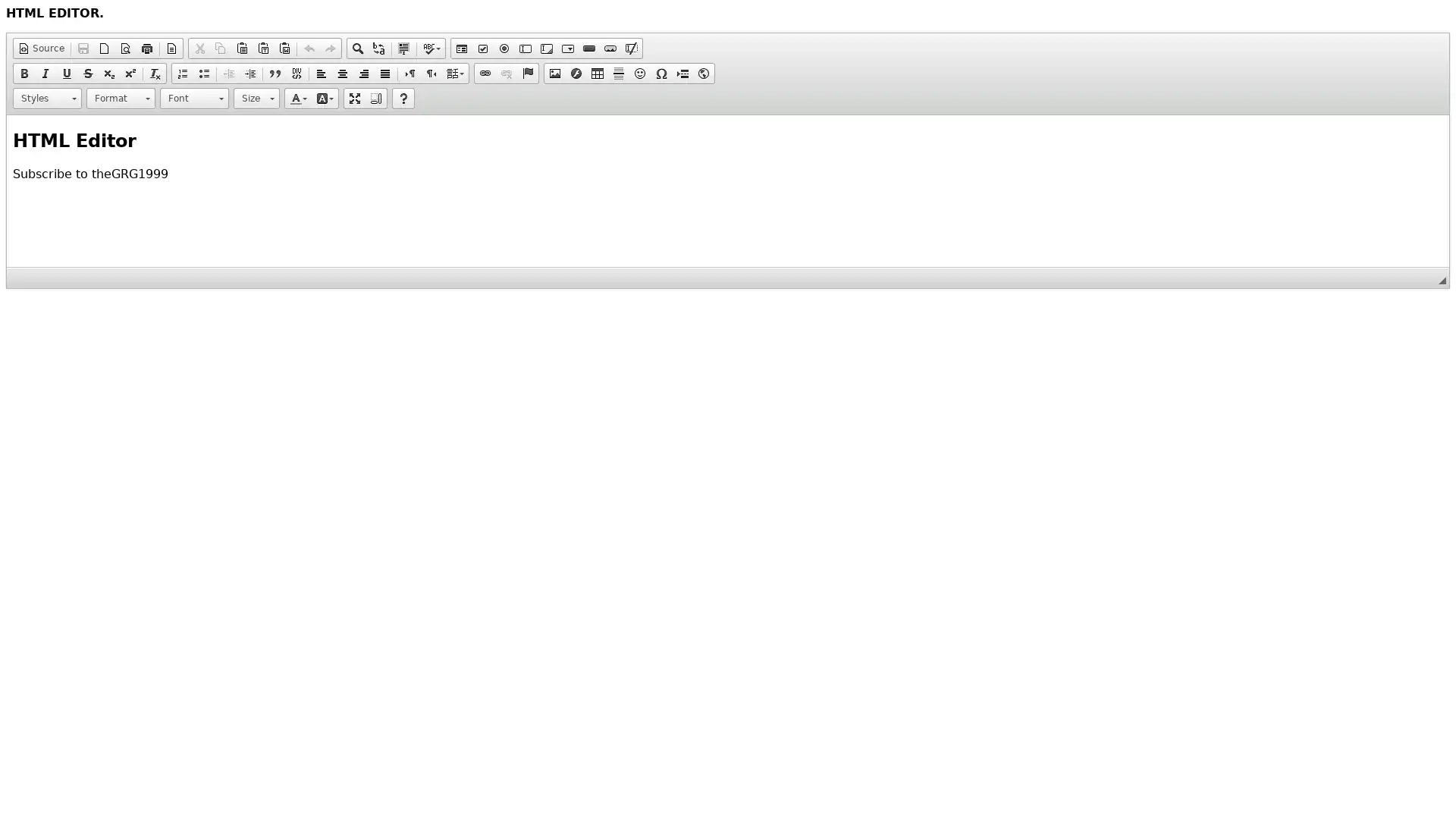 This screenshot has width=1456, height=819. What do you see at coordinates (575, 73) in the screenshot?
I see `Flash` at bounding box center [575, 73].